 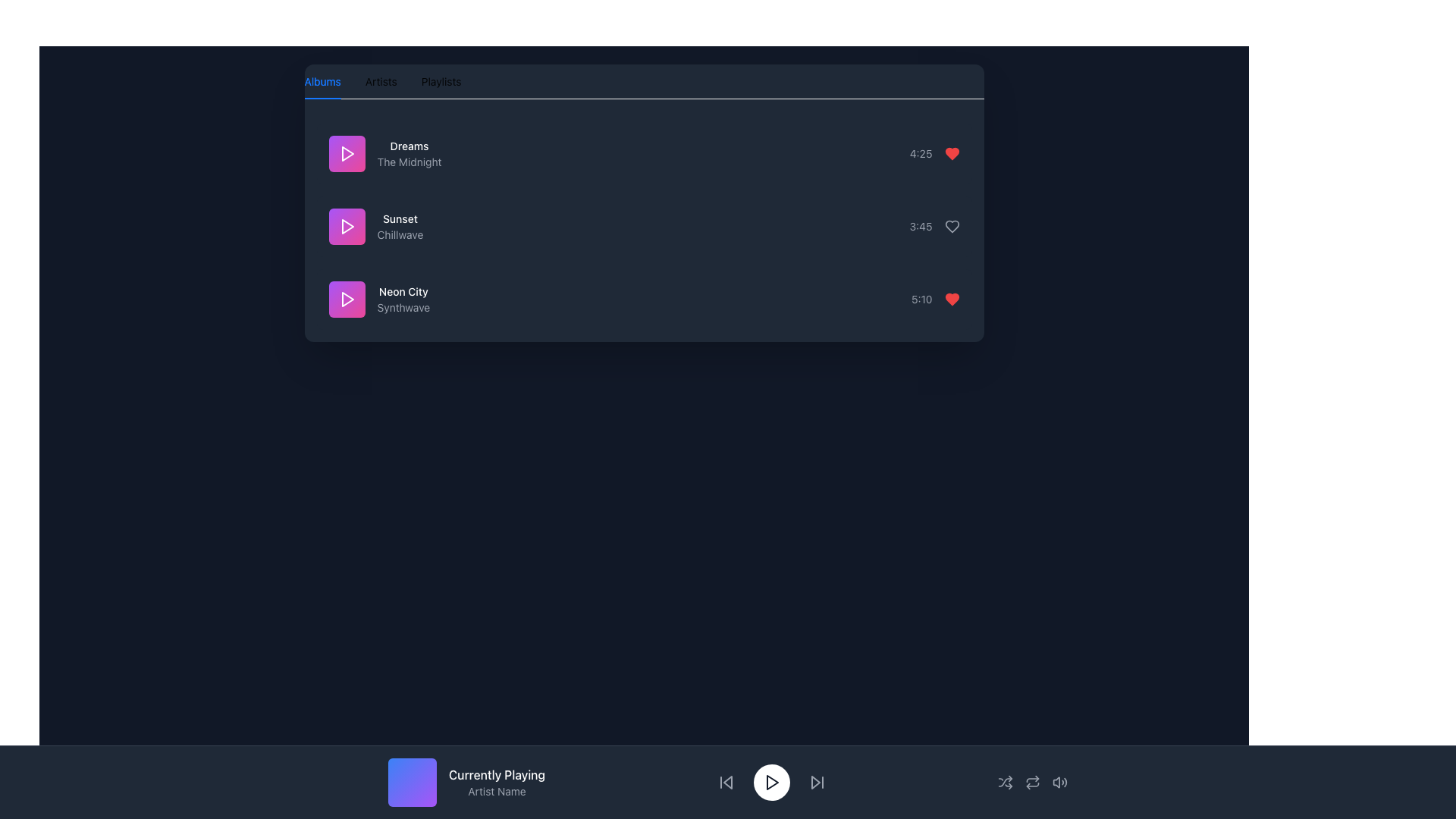 What do you see at coordinates (403, 307) in the screenshot?
I see `text label displaying 'Synthwave' located beneath 'Neon City' within a list item, centered on the right side` at bounding box center [403, 307].